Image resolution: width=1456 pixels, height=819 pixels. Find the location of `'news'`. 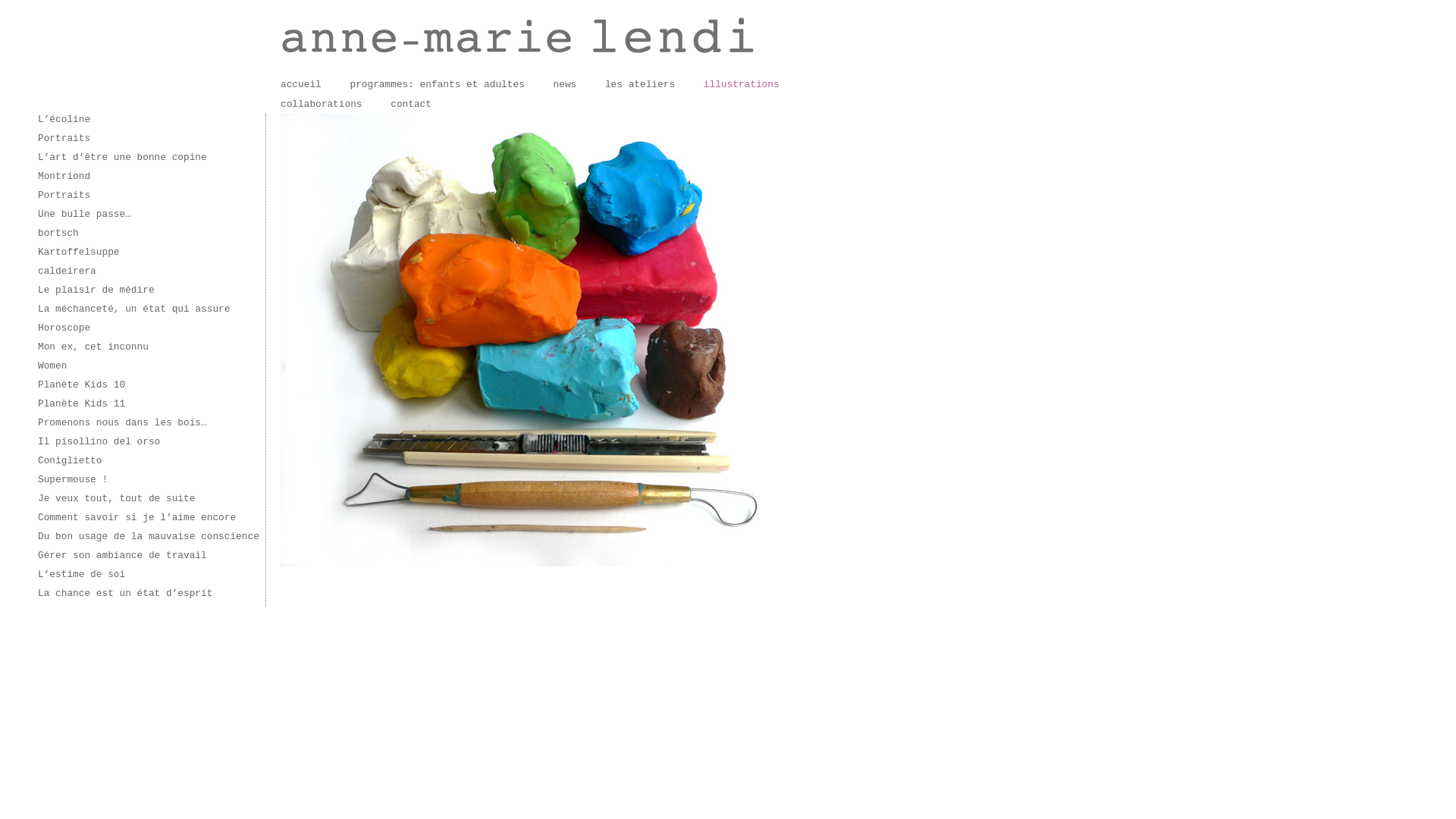

'news' is located at coordinates (564, 84).